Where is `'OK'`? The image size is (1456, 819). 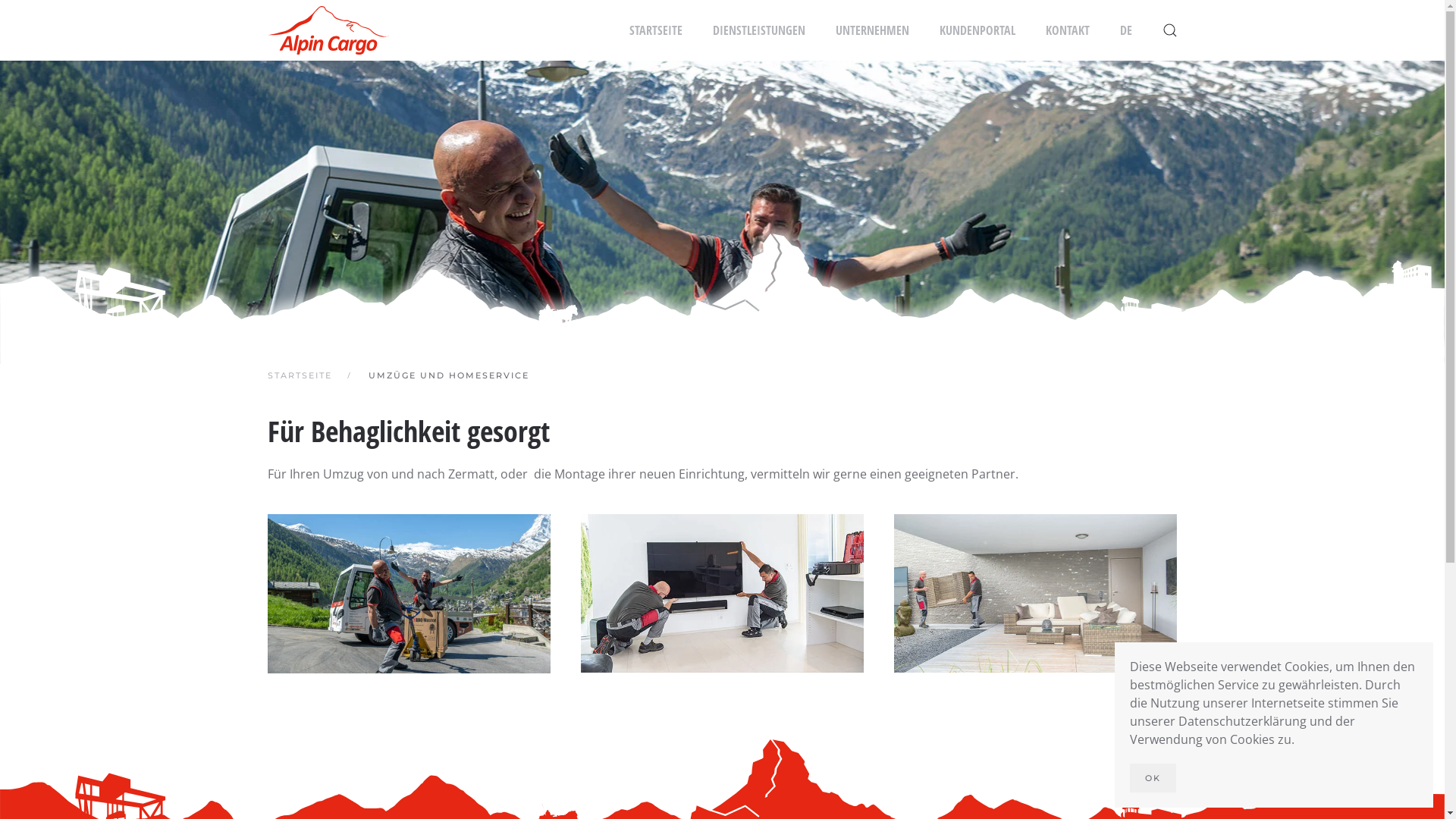 'OK' is located at coordinates (1129, 778).